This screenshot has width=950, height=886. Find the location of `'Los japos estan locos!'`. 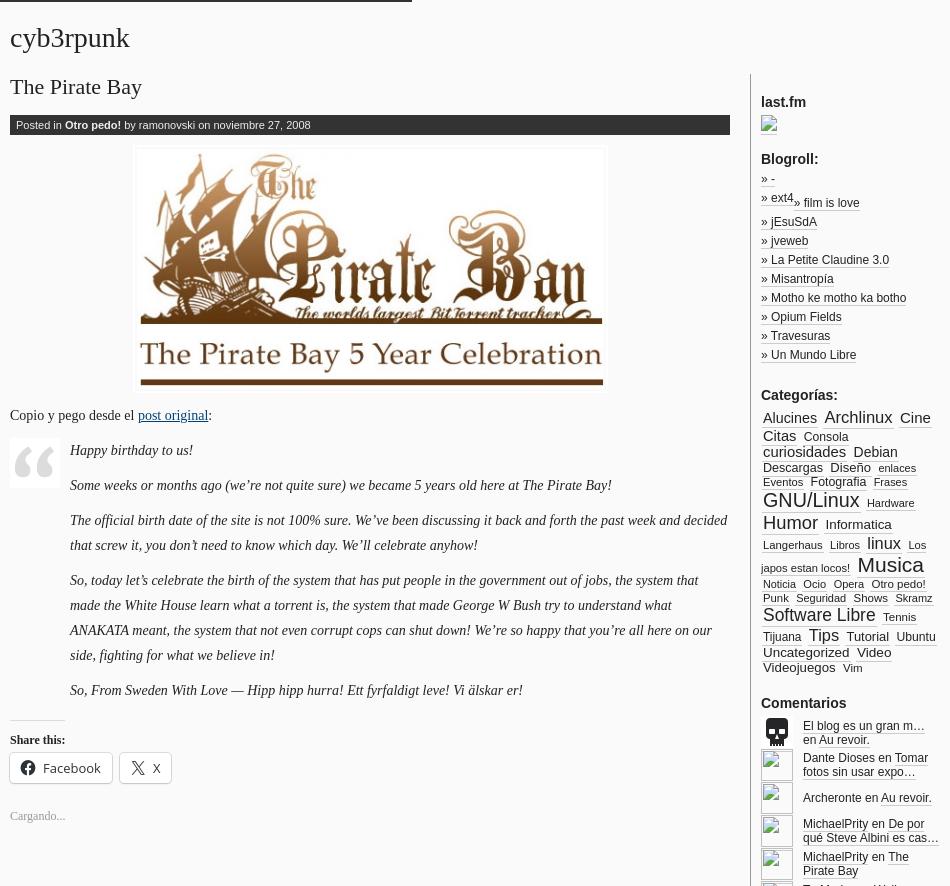

'Los japos estan locos!' is located at coordinates (842, 556).